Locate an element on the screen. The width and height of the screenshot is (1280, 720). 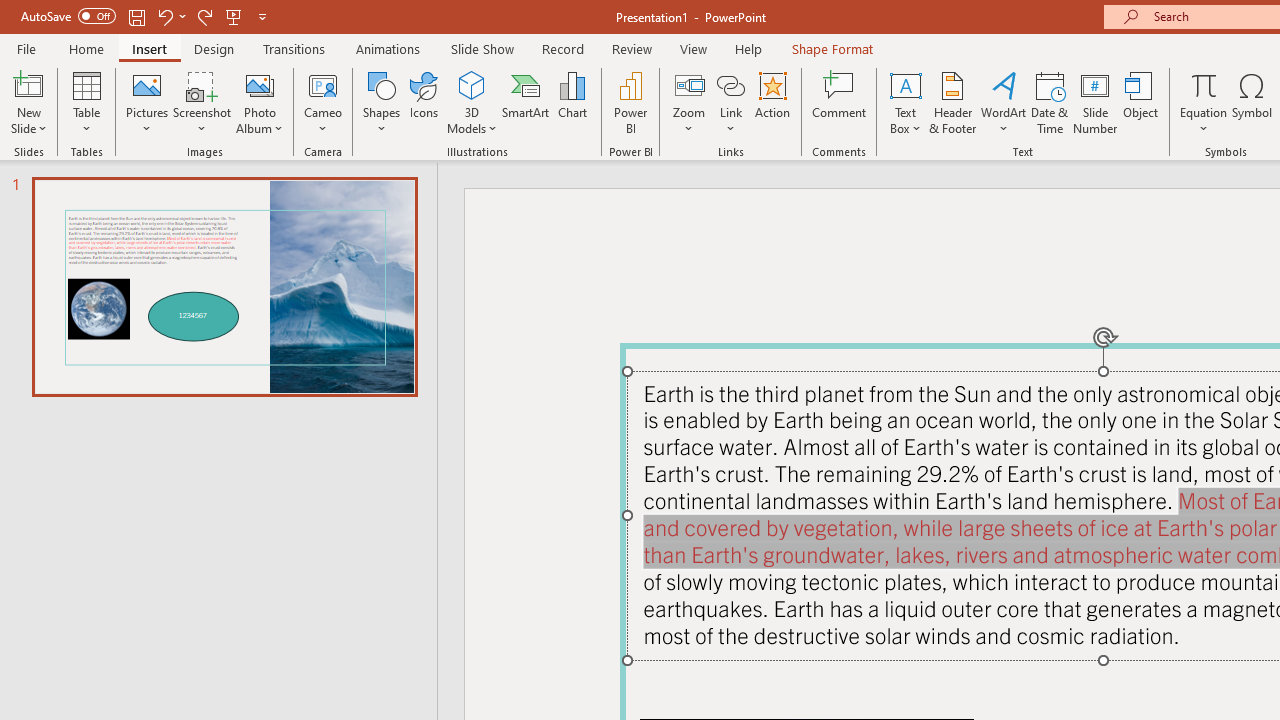
'Header & Footer...' is located at coordinates (951, 103).